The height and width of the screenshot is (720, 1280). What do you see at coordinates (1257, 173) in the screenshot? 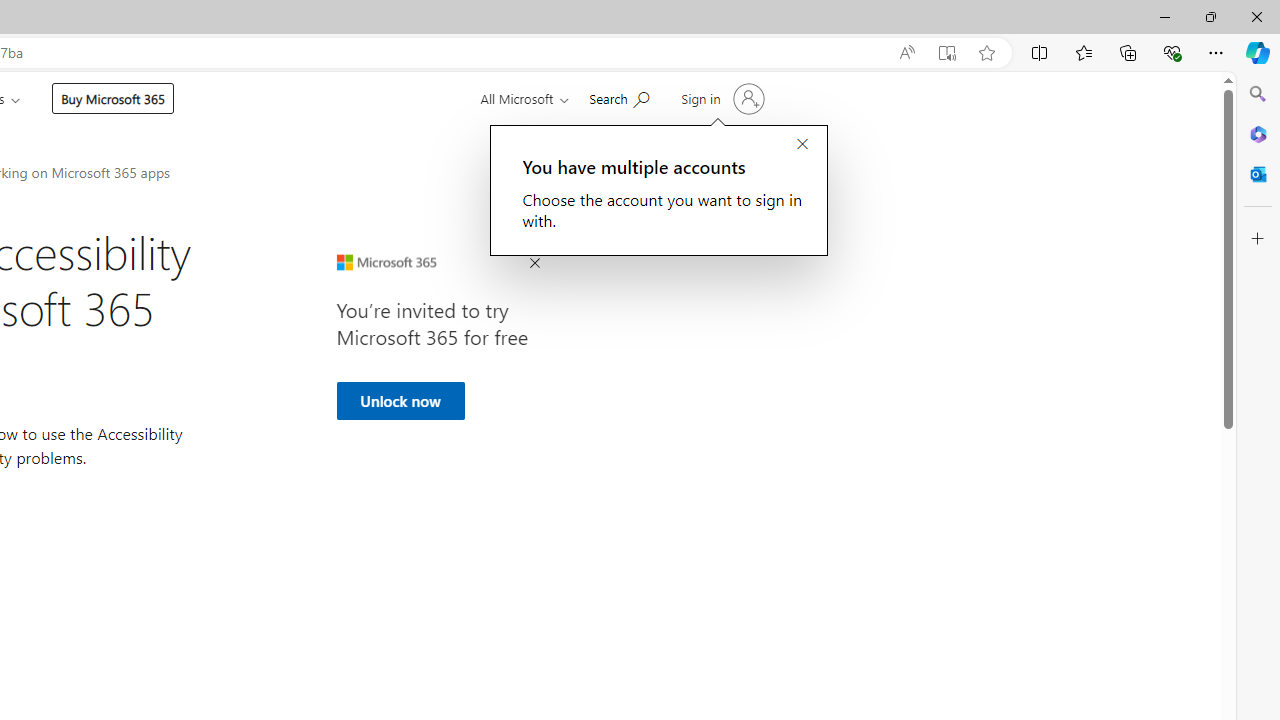
I see `'Outlook'` at bounding box center [1257, 173].